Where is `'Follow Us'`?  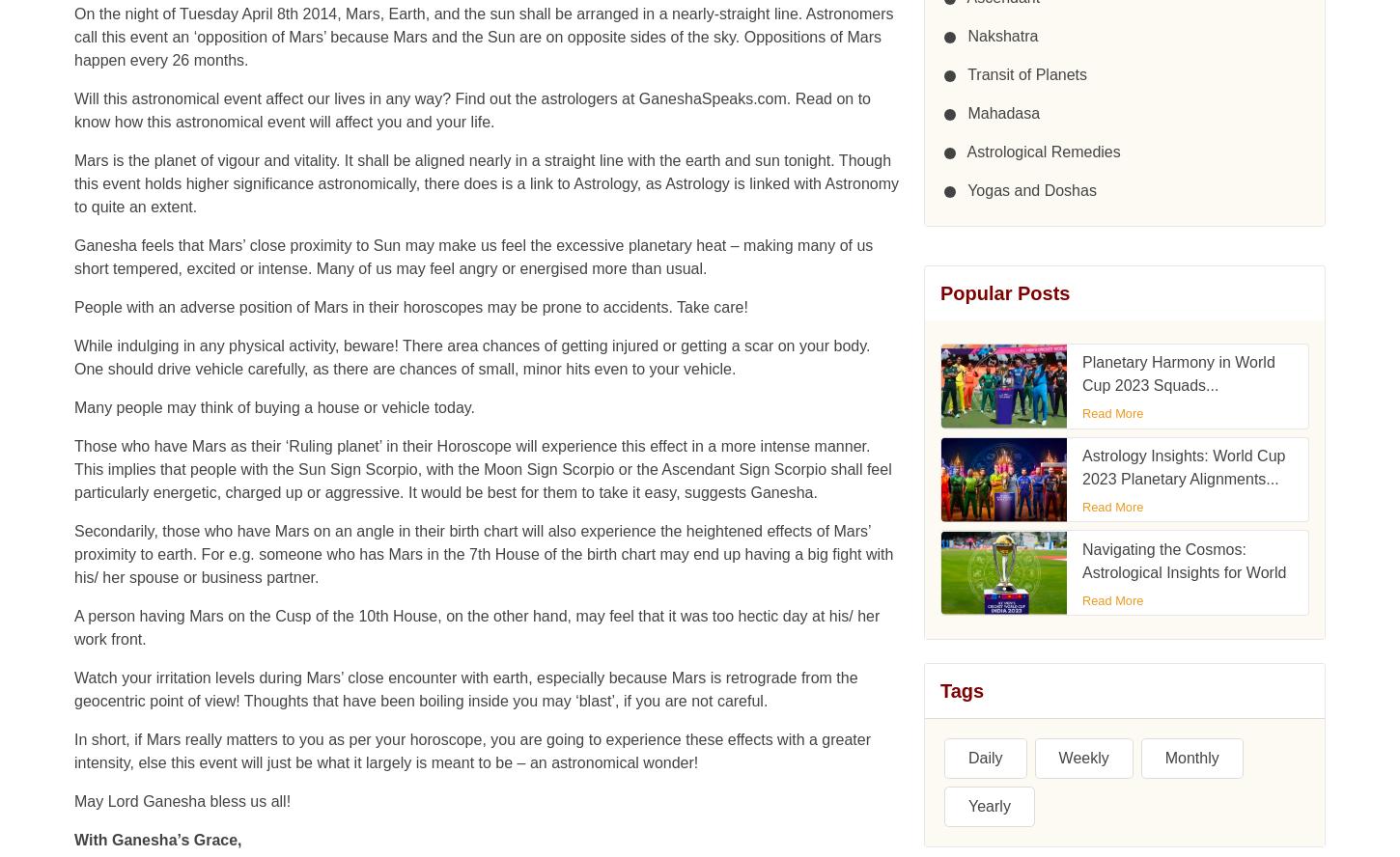
'Follow Us' is located at coordinates (939, 286).